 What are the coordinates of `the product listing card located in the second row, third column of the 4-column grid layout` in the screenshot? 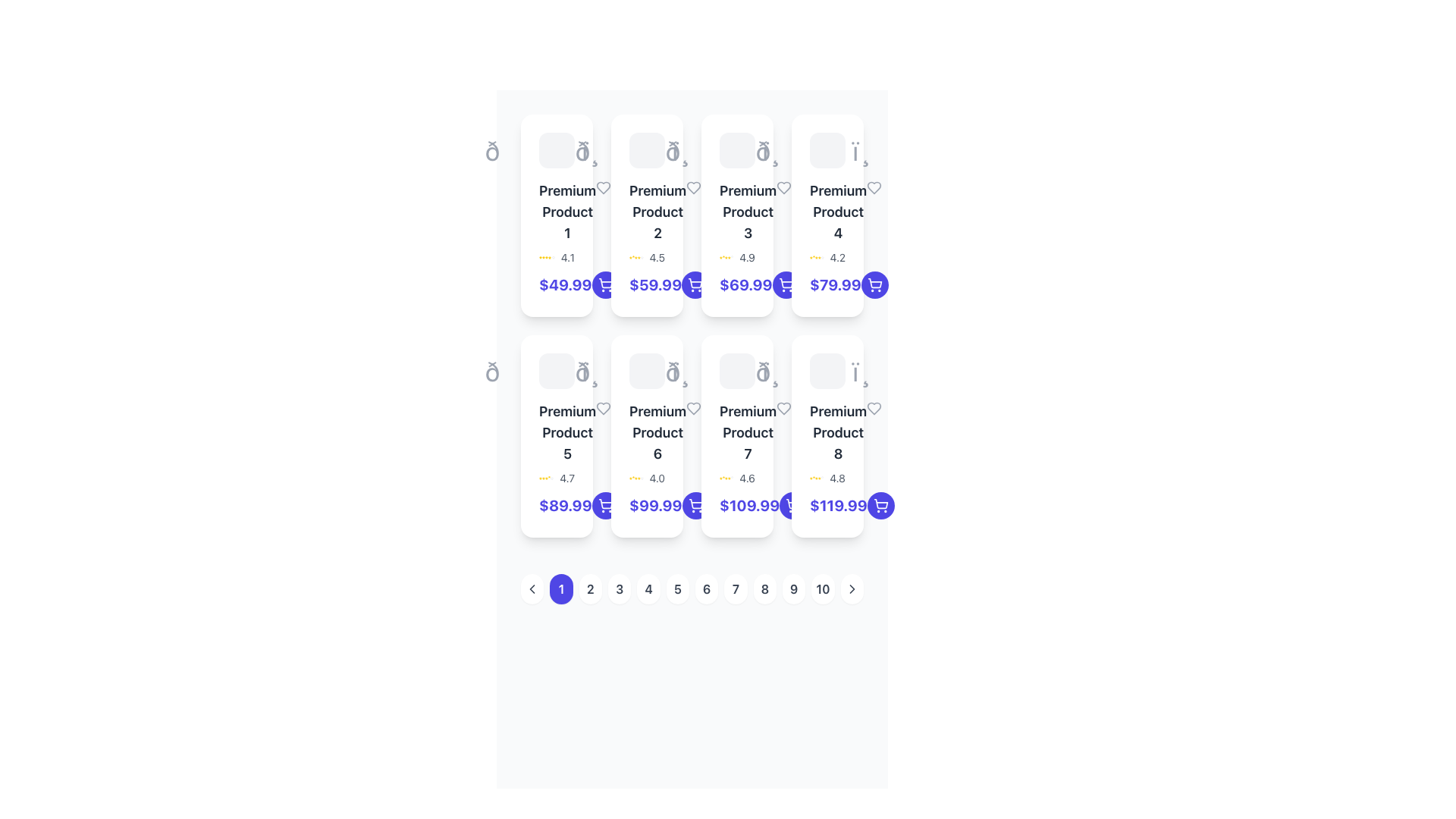 It's located at (737, 436).